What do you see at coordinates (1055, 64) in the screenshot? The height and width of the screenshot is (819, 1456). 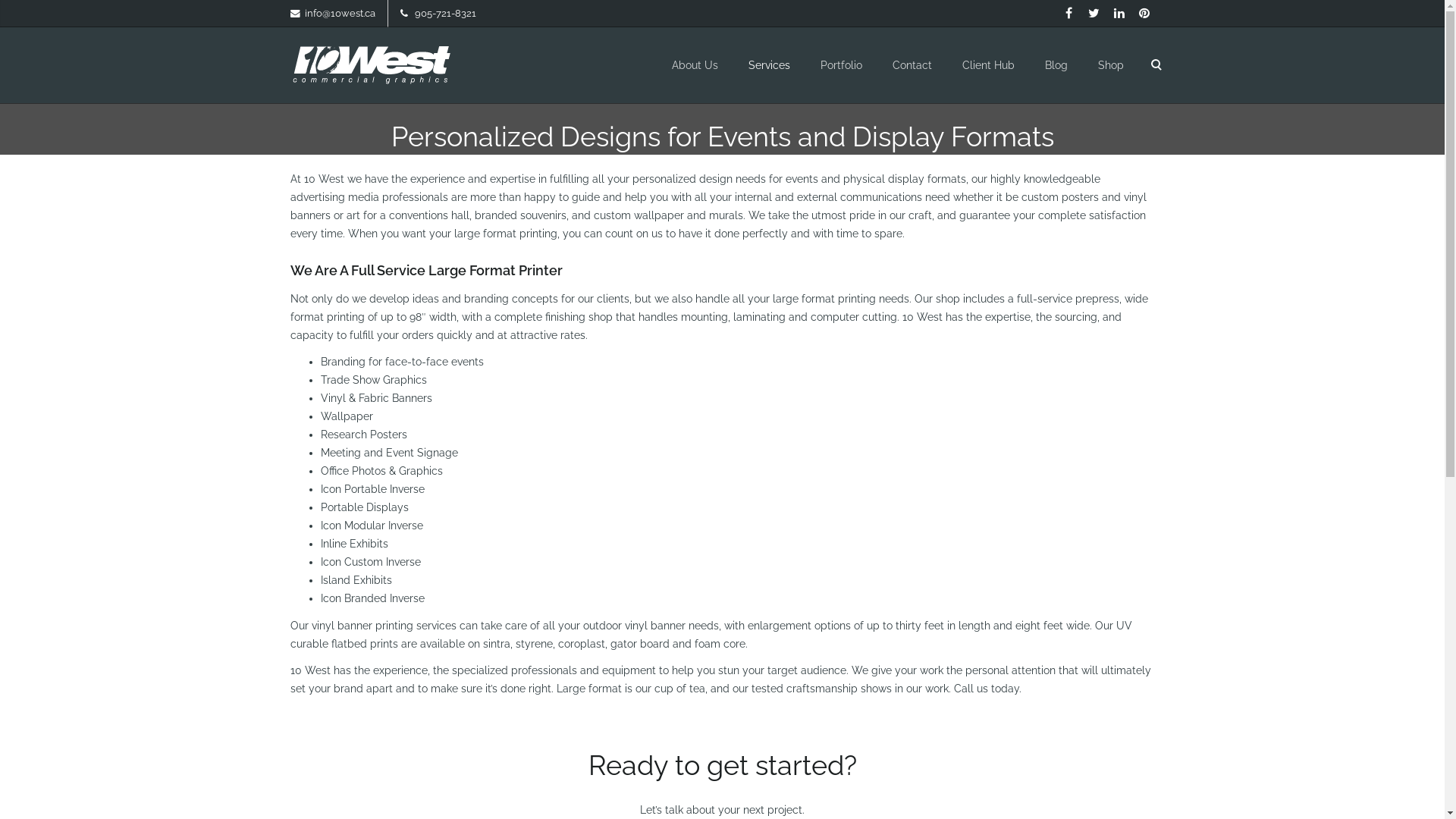 I see `'Blog'` at bounding box center [1055, 64].